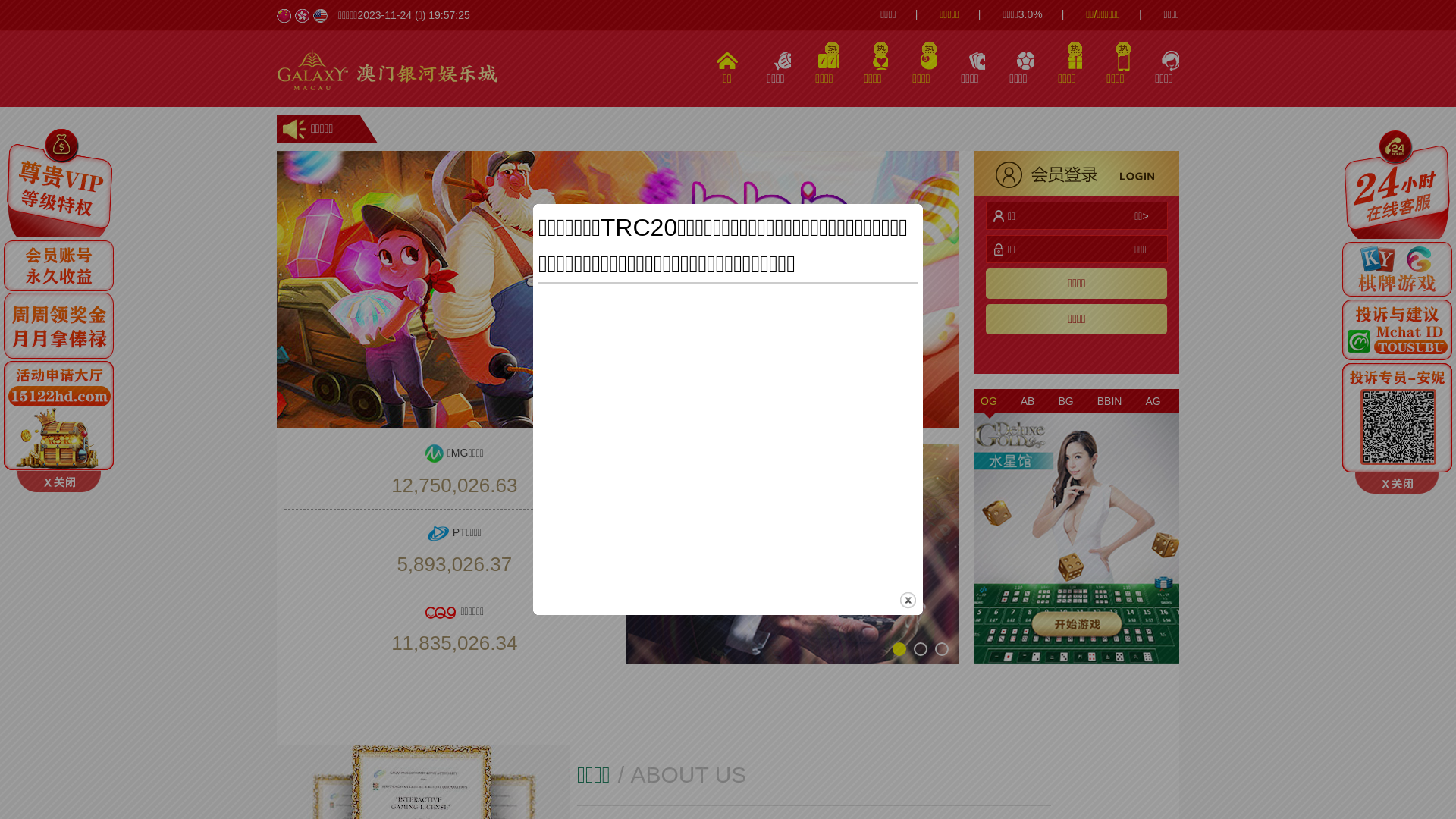 The height and width of the screenshot is (819, 1456). I want to click on 'close', so click(908, 599).